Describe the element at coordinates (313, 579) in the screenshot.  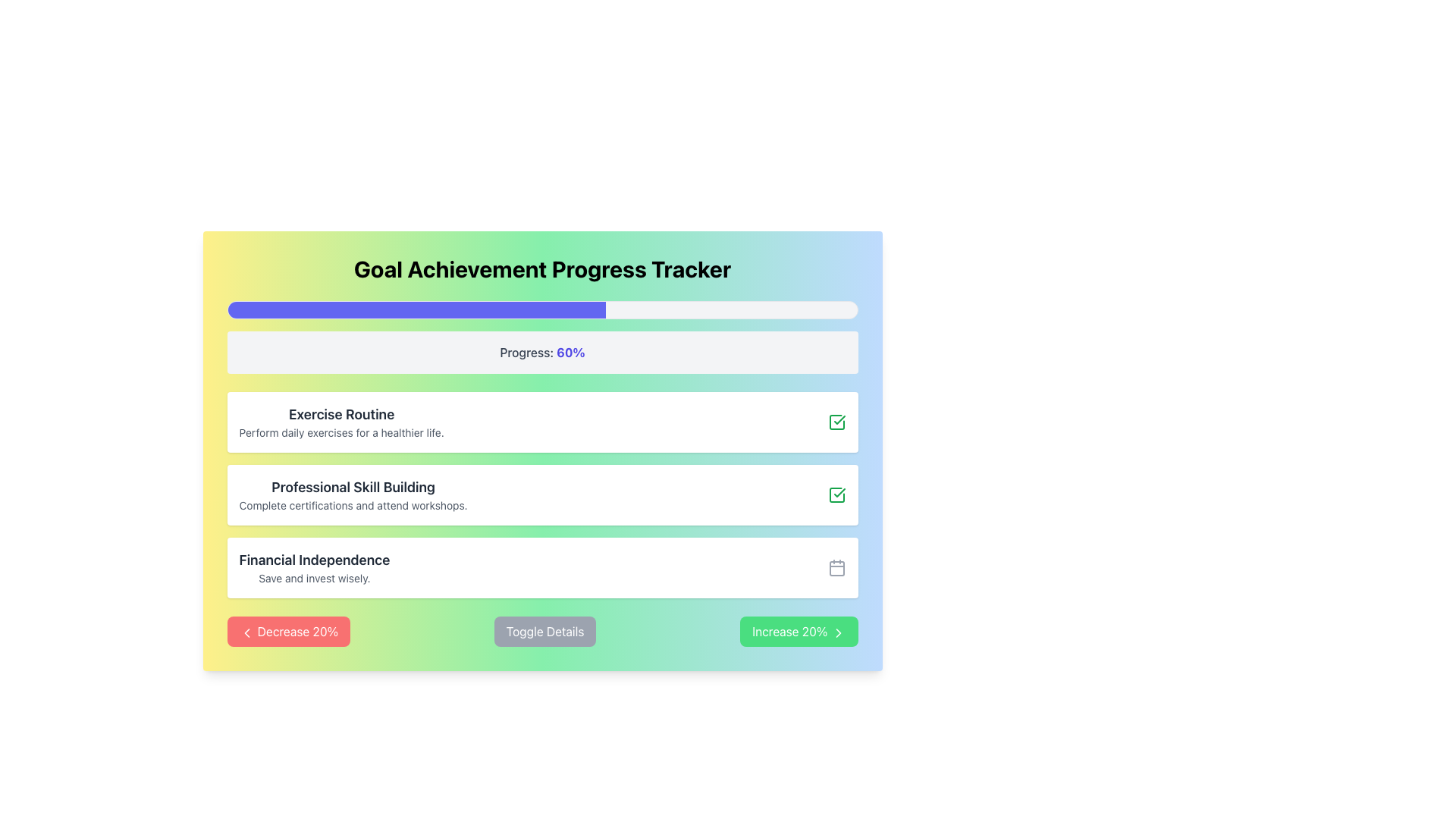
I see `the subtitle text displaying 'Save and invest wisely.' which is styled in gray and located below 'Financial Independence' within the third card of a vertically stacked group of cards` at that location.